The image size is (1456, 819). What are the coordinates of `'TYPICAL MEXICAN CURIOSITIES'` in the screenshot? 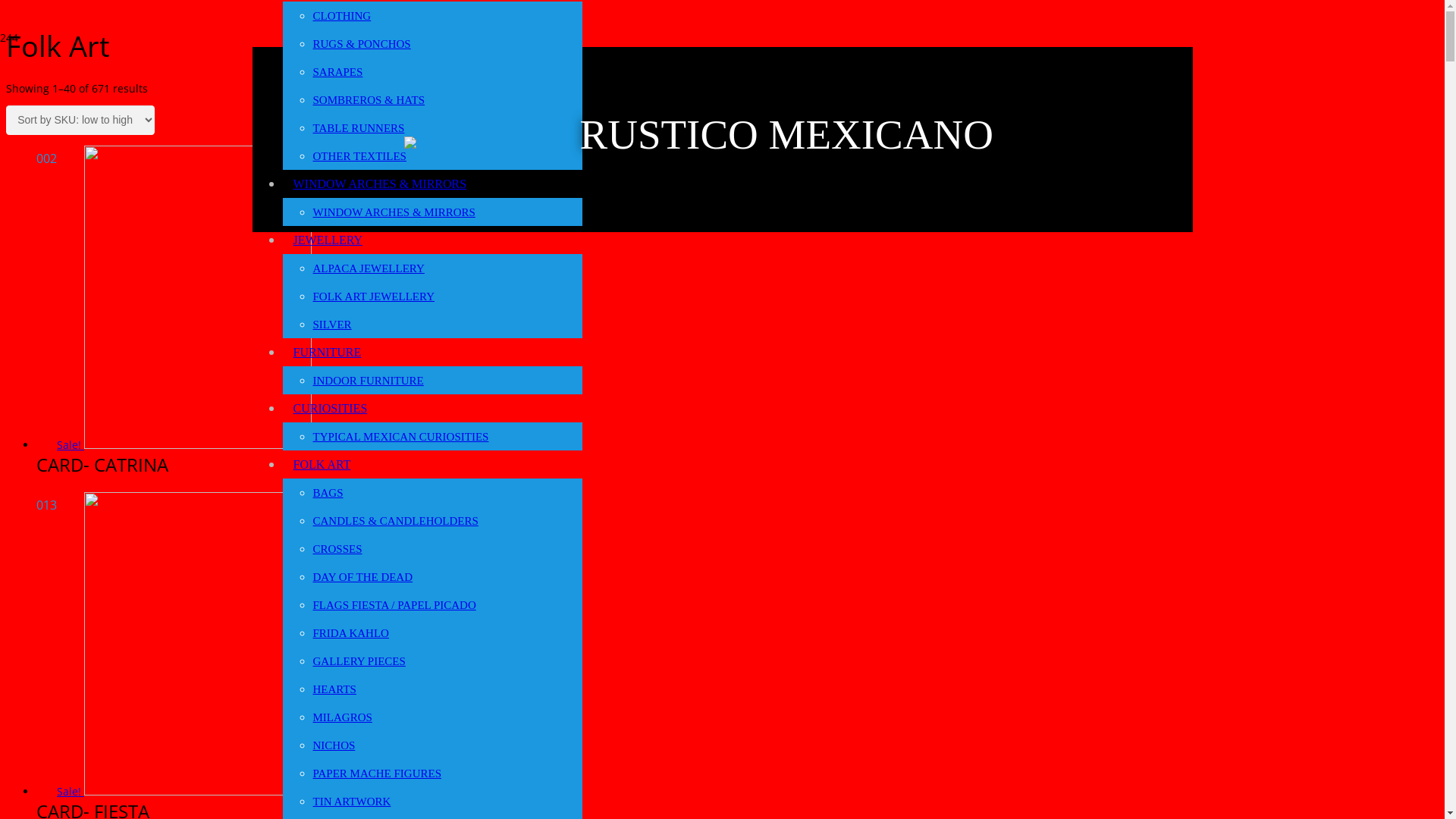 It's located at (400, 436).